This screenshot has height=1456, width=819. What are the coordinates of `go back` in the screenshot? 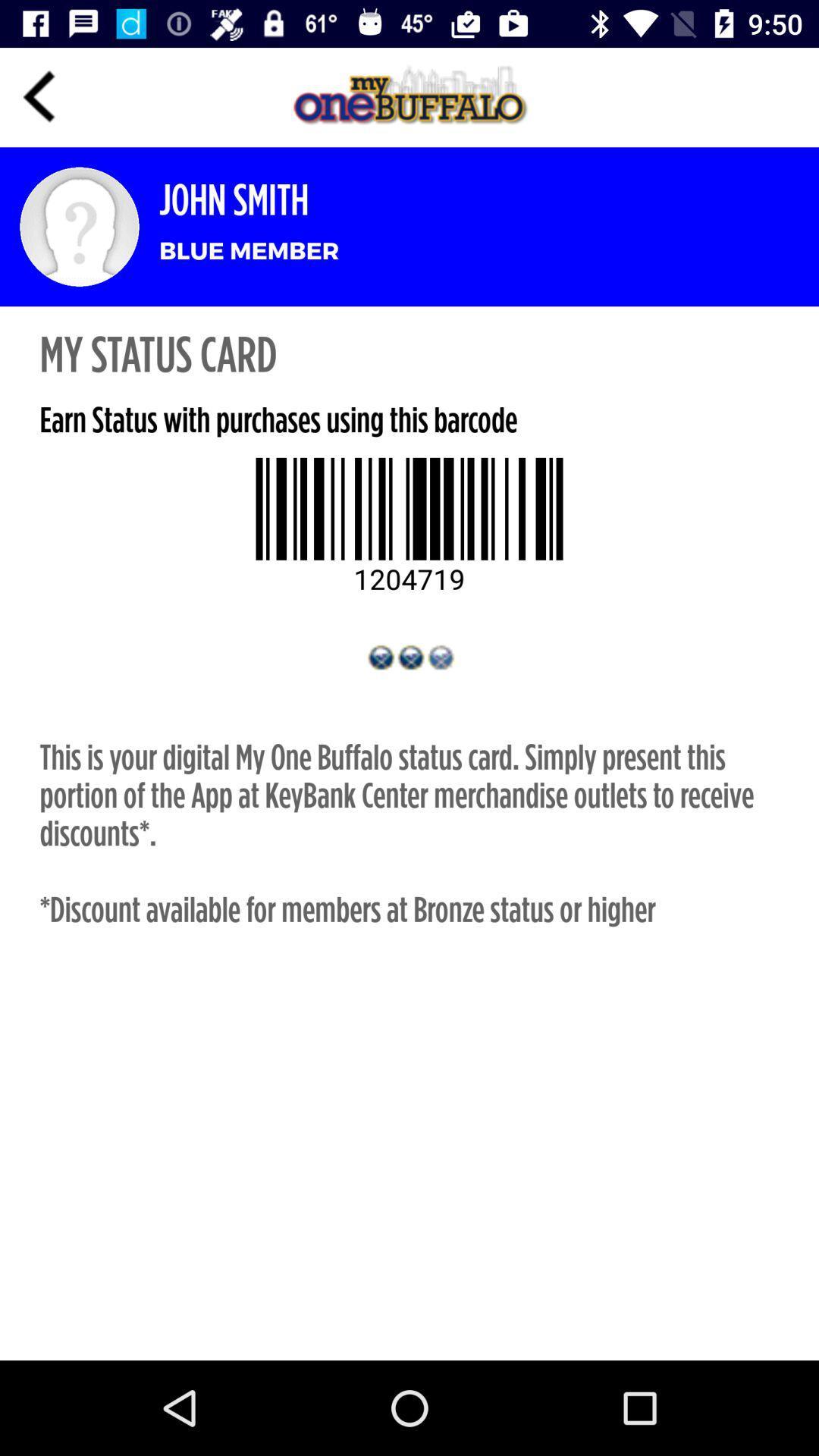 It's located at (39, 96).